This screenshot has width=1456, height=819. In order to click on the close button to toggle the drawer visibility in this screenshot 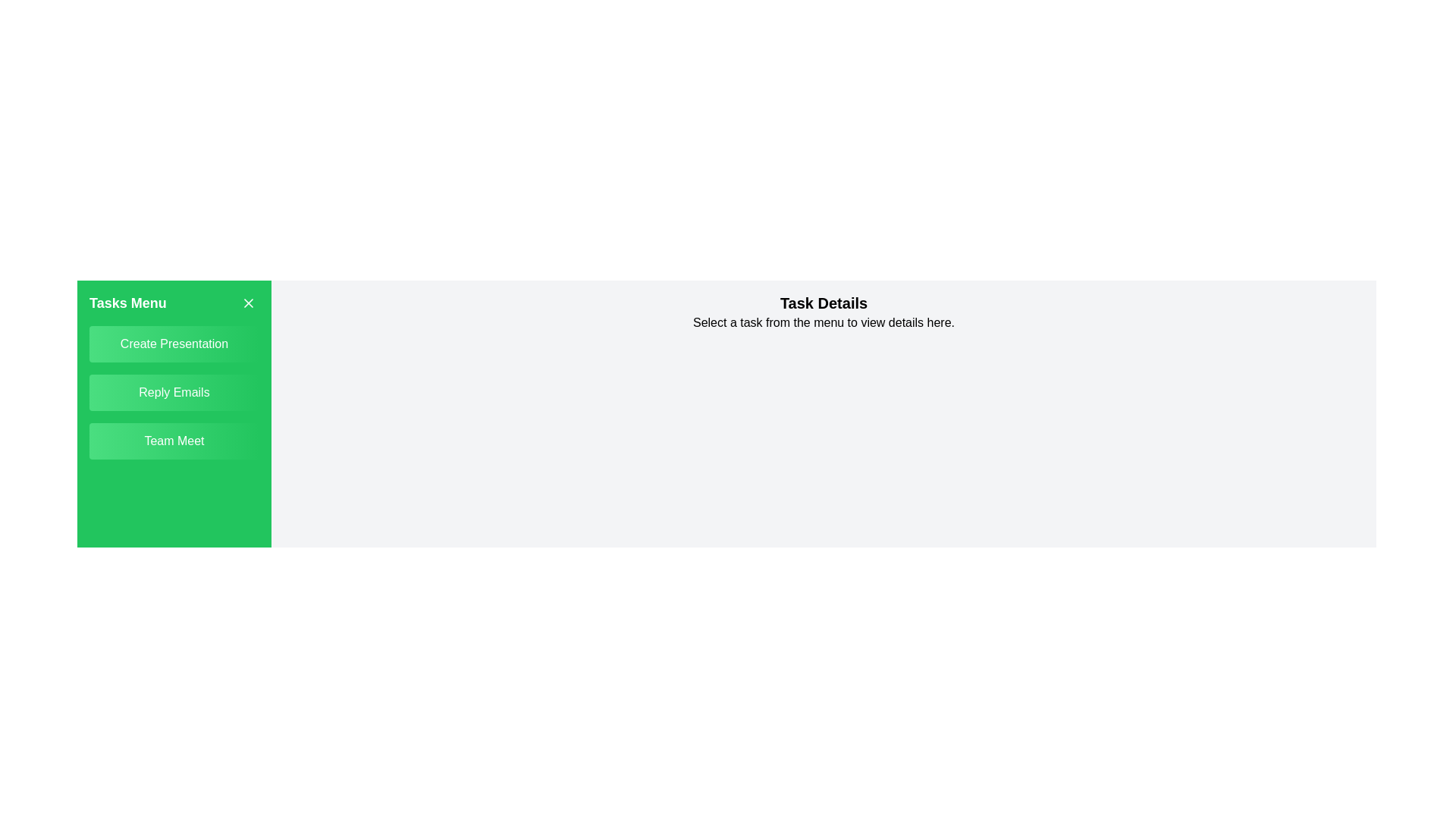, I will do `click(248, 303)`.